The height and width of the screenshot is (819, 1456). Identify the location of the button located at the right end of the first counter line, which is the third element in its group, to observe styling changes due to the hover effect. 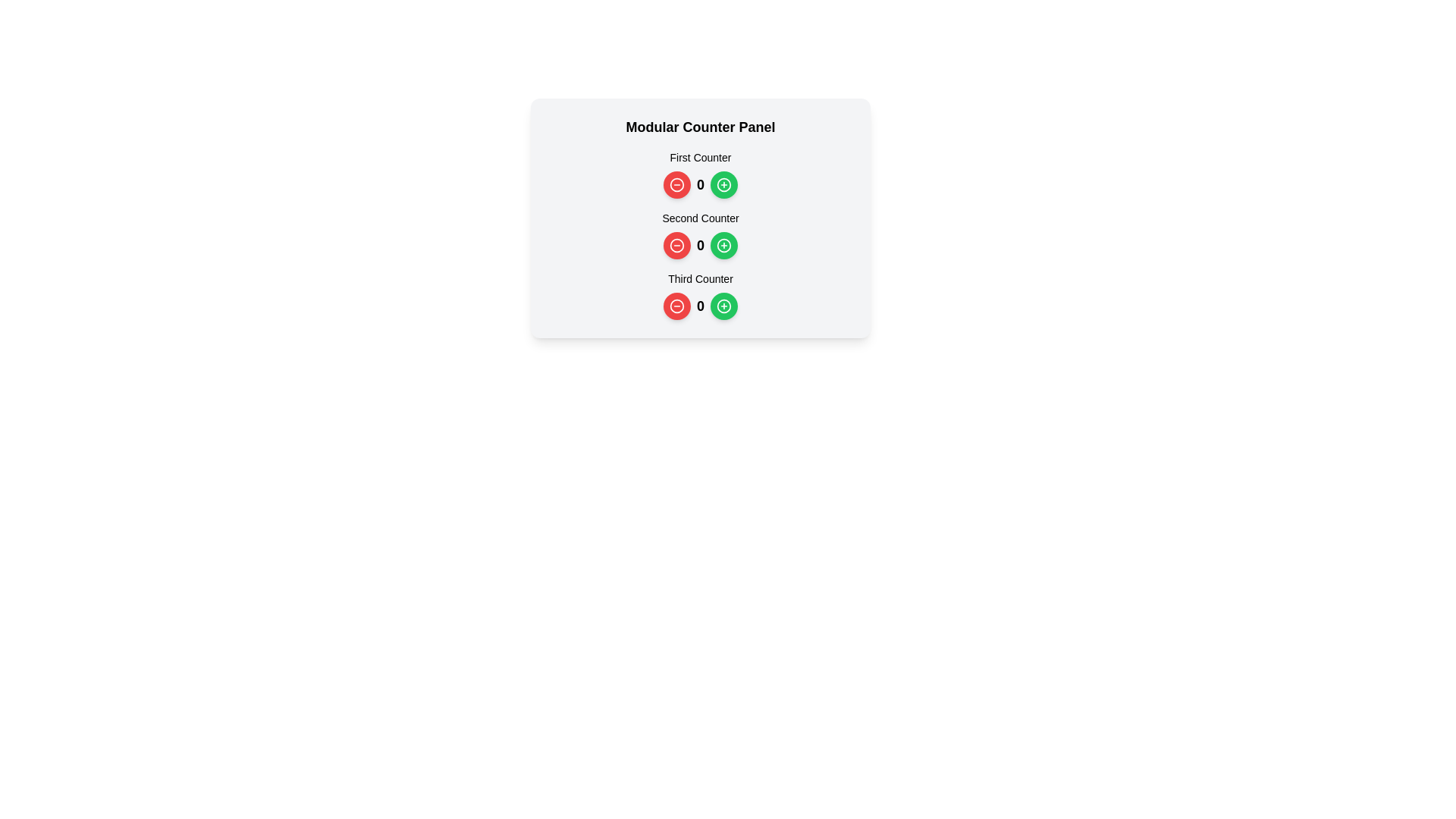
(723, 184).